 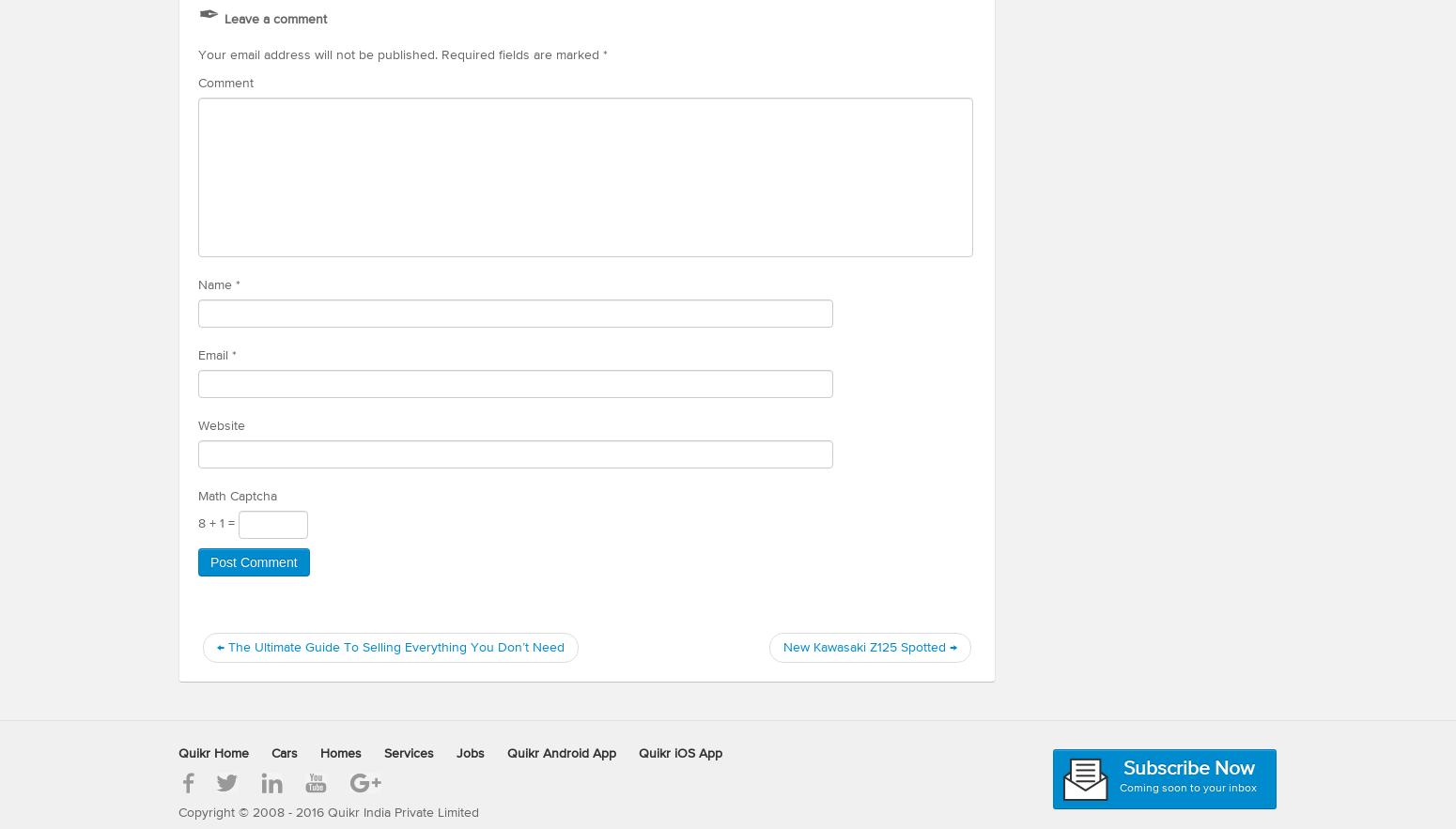 What do you see at coordinates (327, 810) in the screenshot?
I see `'Copyright © 2008 - 2016 Quikr India Private Limited'` at bounding box center [327, 810].